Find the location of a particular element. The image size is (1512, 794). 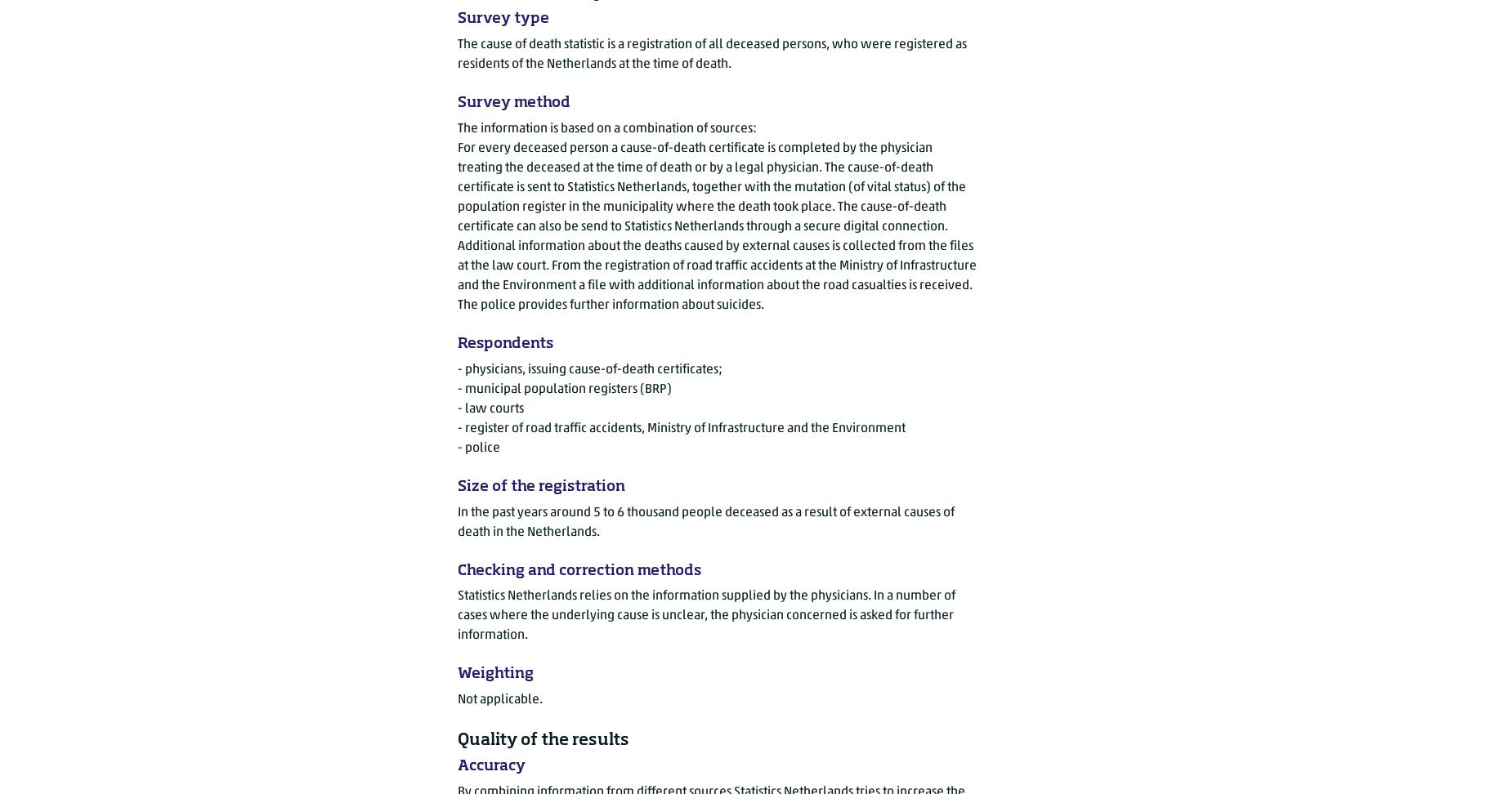

'- municipal population registers (BRP)' is located at coordinates (564, 387).